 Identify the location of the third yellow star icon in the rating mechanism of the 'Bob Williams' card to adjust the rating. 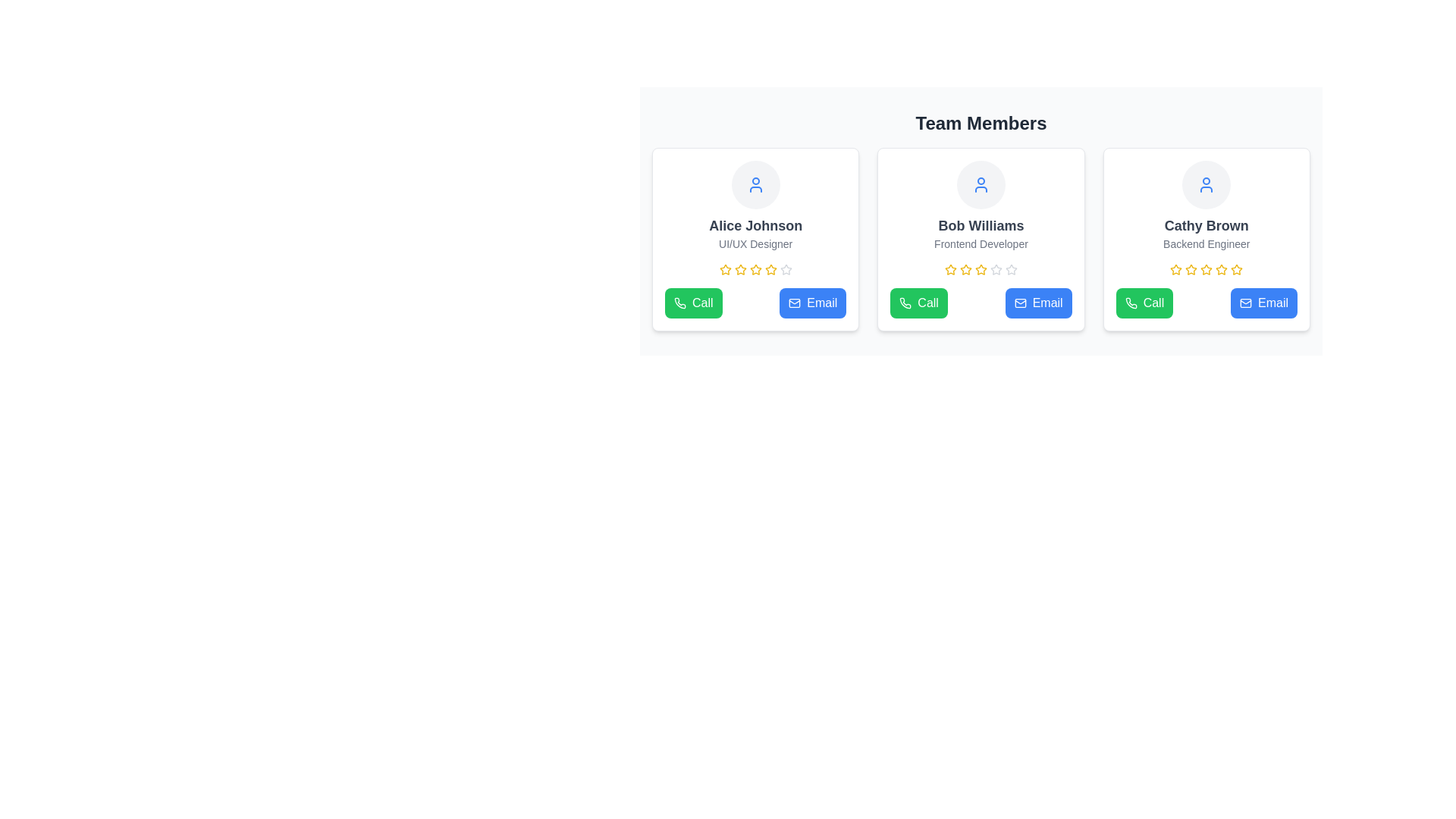
(965, 268).